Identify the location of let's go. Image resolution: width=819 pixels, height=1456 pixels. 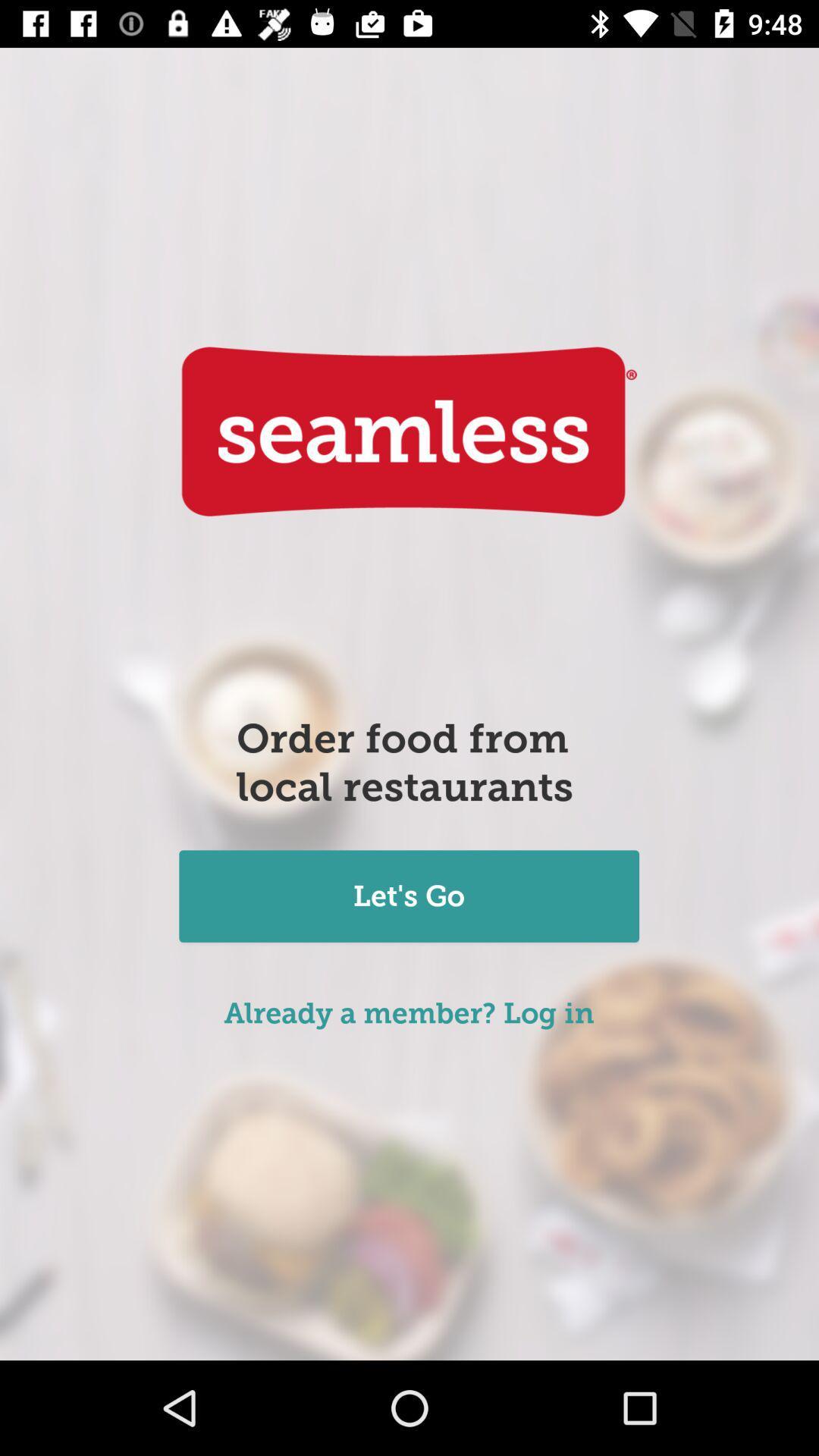
(408, 898).